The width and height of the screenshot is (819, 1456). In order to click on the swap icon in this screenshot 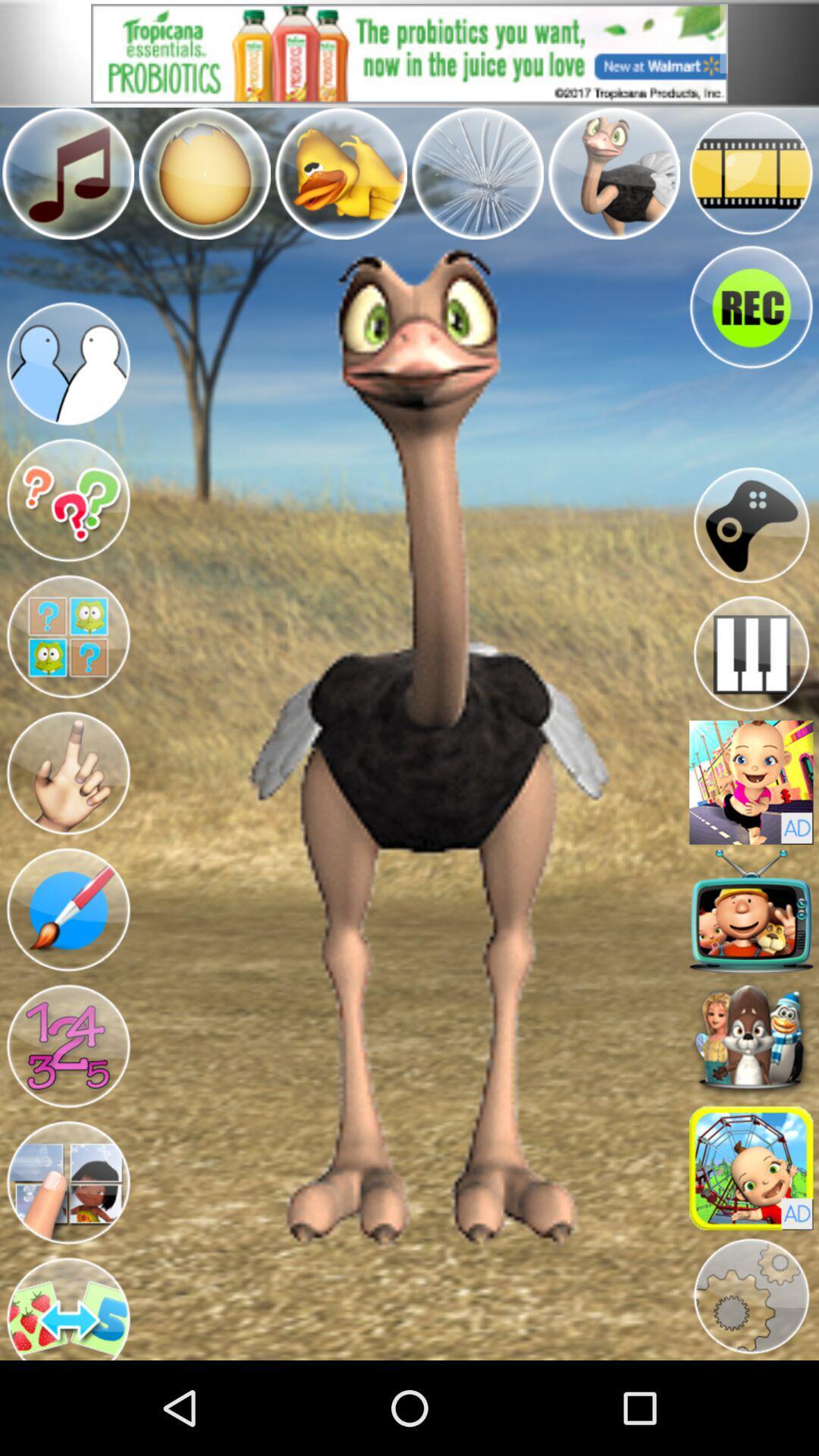, I will do `click(67, 1397)`.